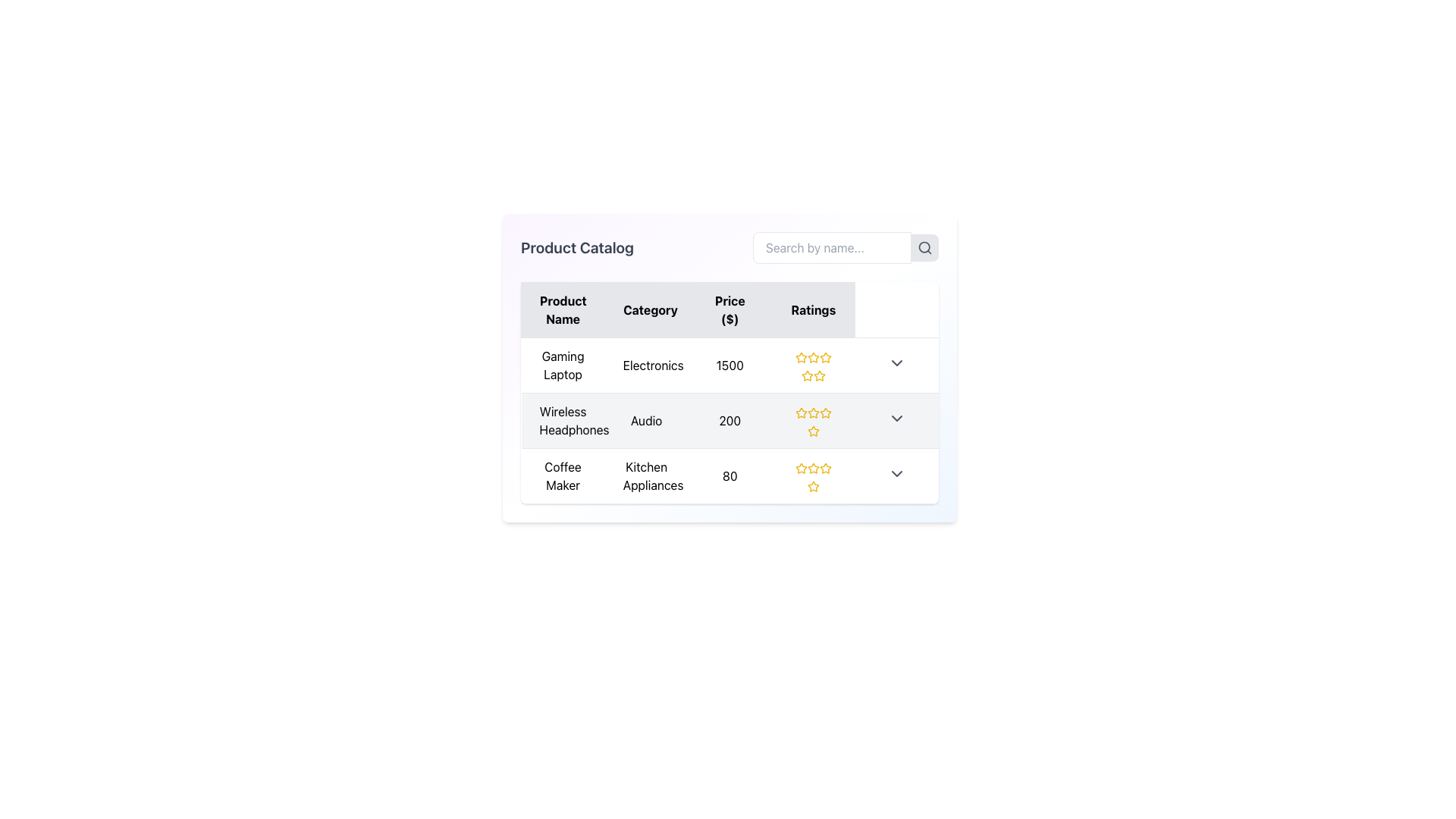  What do you see at coordinates (730, 309) in the screenshot?
I see `the third column header labeled 'Price' in the table, which is positioned between the 'Category' and 'Ratings' headers` at bounding box center [730, 309].